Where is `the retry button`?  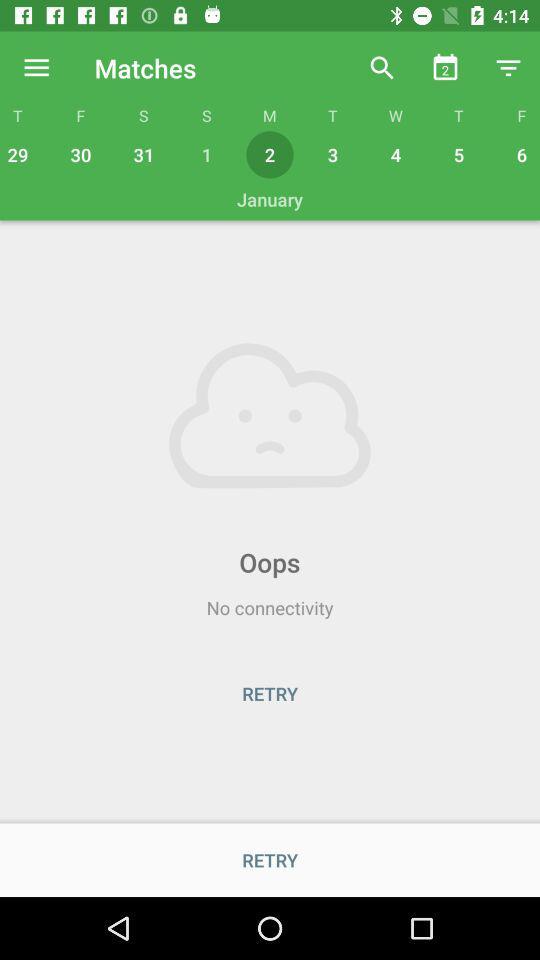
the retry button is located at coordinates (270, 693).